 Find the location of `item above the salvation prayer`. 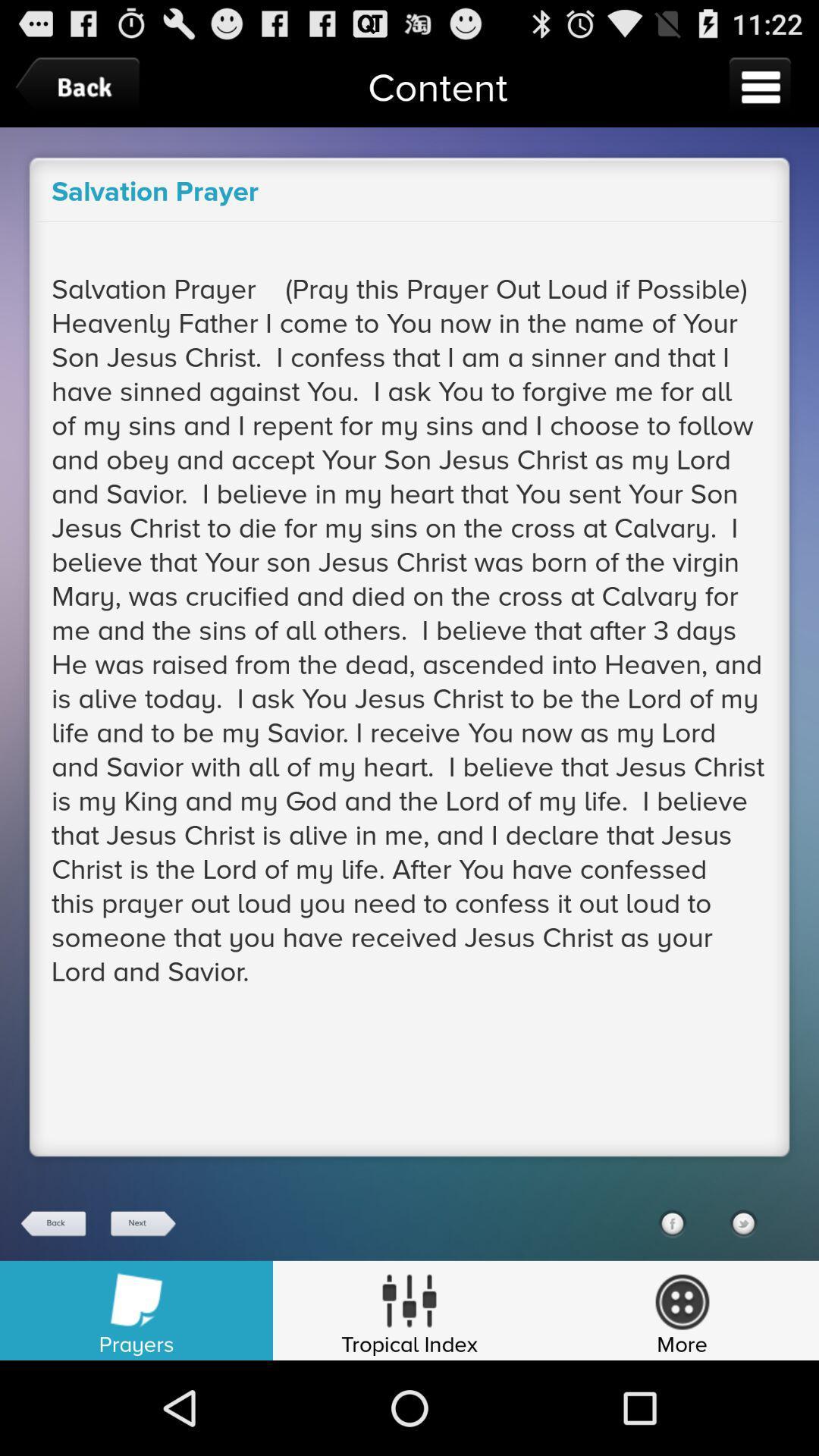

item above the salvation prayer is located at coordinates (81, 86).